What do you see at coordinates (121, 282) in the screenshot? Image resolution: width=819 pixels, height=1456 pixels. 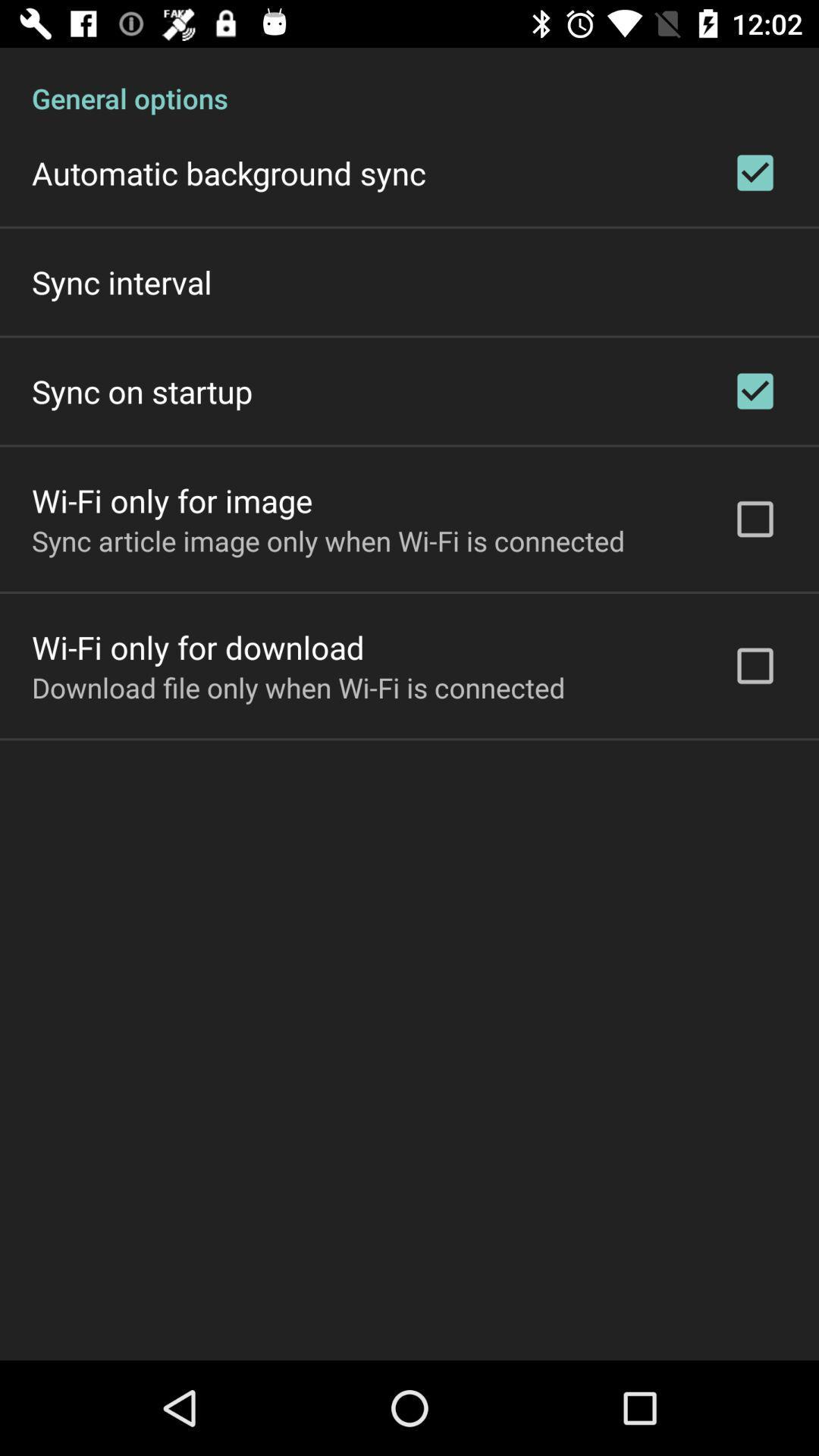 I see `sync interval` at bounding box center [121, 282].